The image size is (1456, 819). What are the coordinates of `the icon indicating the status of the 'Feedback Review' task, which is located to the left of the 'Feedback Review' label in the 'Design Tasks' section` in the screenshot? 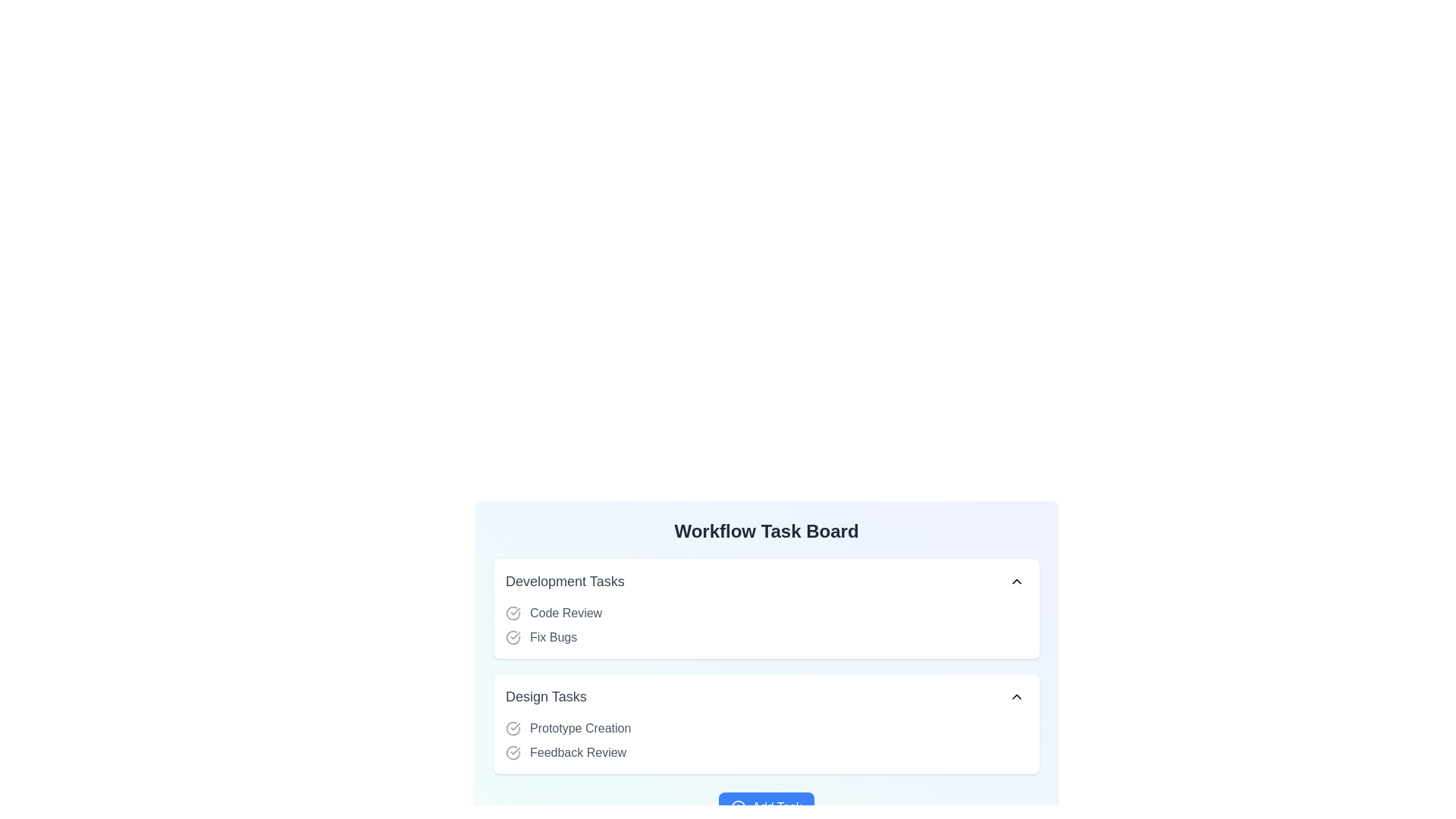 It's located at (513, 752).